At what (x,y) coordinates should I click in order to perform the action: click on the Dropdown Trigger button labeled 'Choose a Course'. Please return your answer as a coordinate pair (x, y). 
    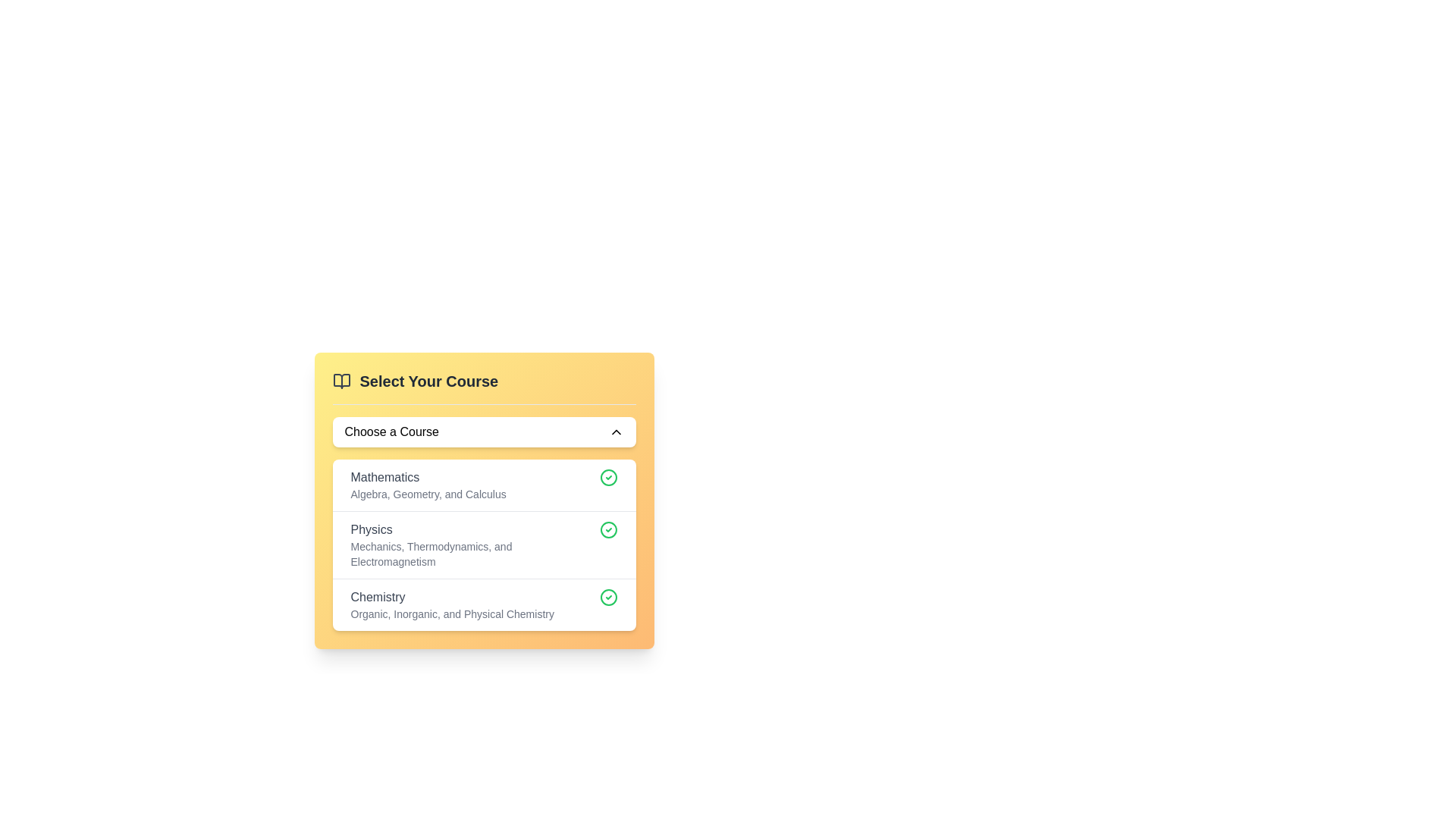
    Looking at the image, I should click on (483, 432).